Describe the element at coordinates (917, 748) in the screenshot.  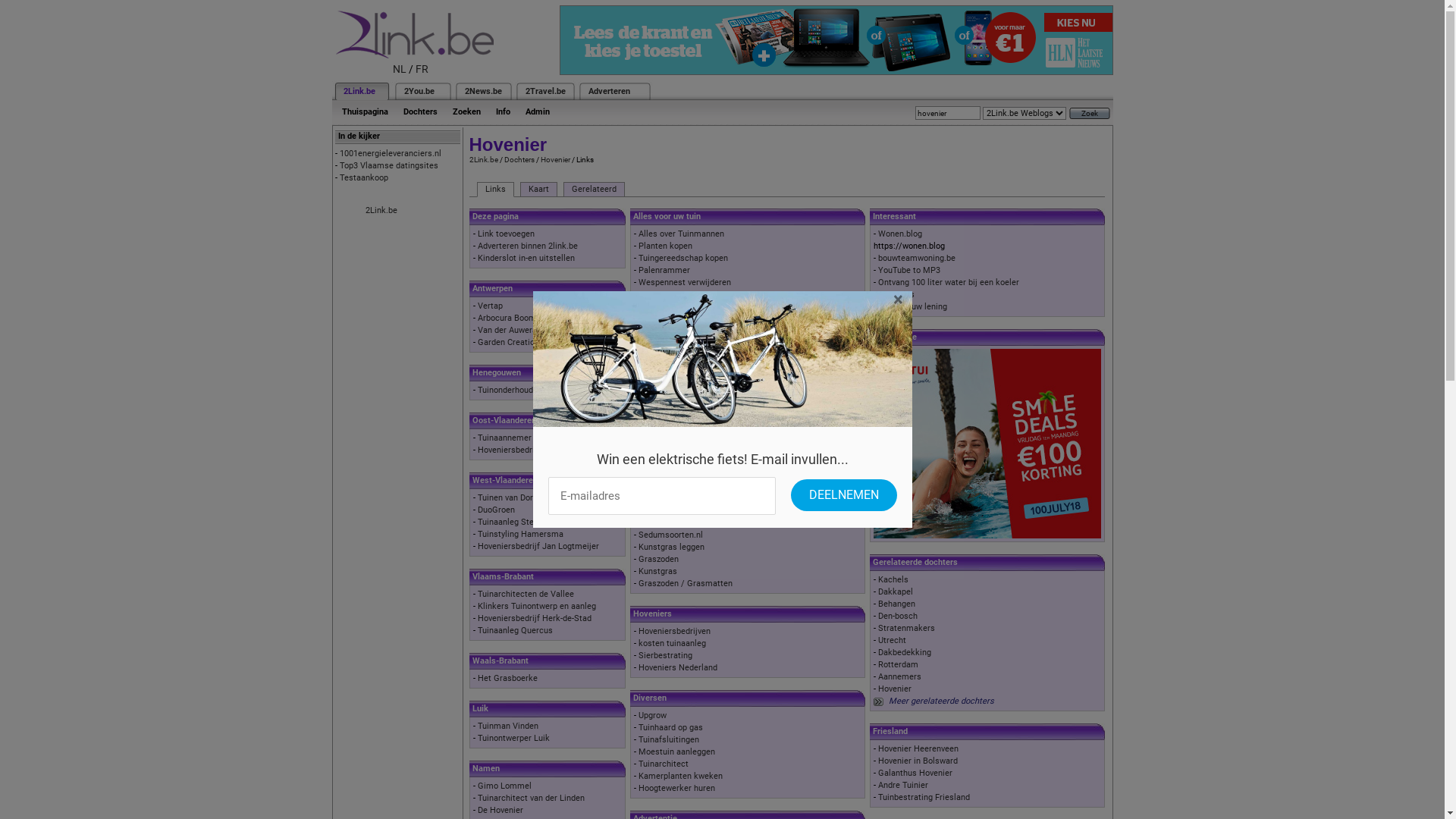
I see `'Hovenier Heerenveen'` at that location.